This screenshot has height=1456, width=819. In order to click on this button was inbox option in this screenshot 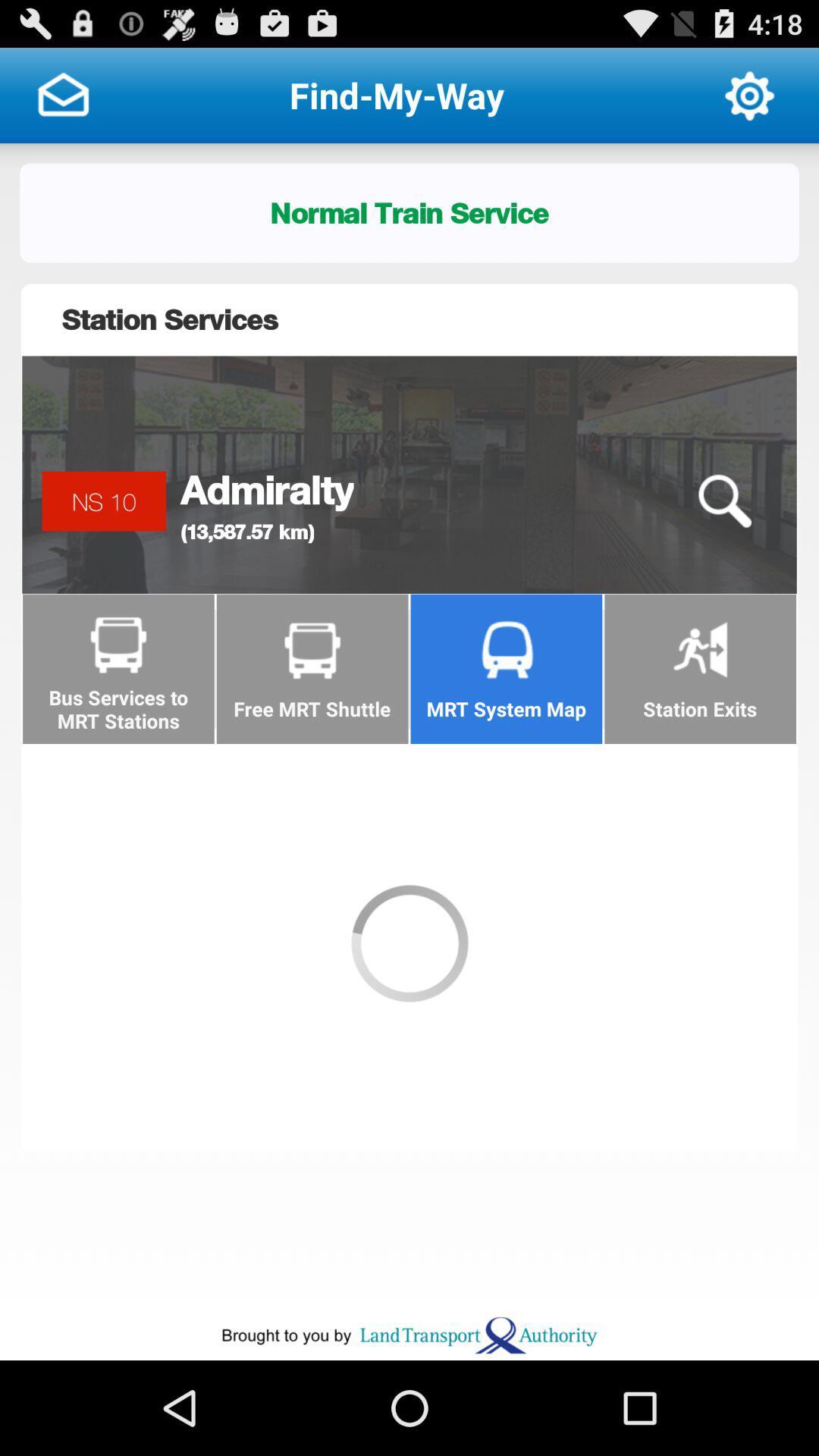, I will do `click(62, 94)`.